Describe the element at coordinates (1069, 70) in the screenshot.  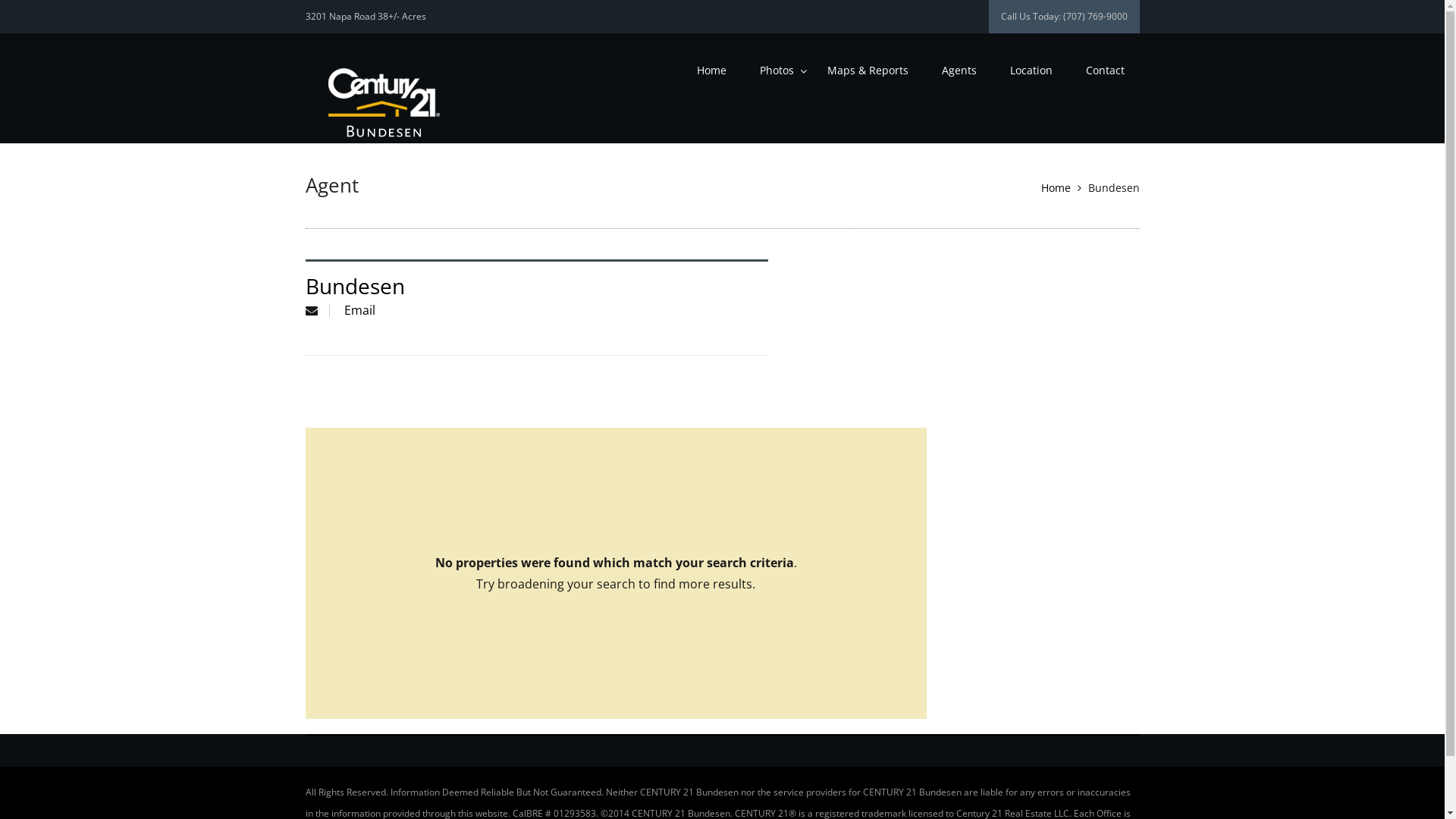
I see `'Contact'` at that location.